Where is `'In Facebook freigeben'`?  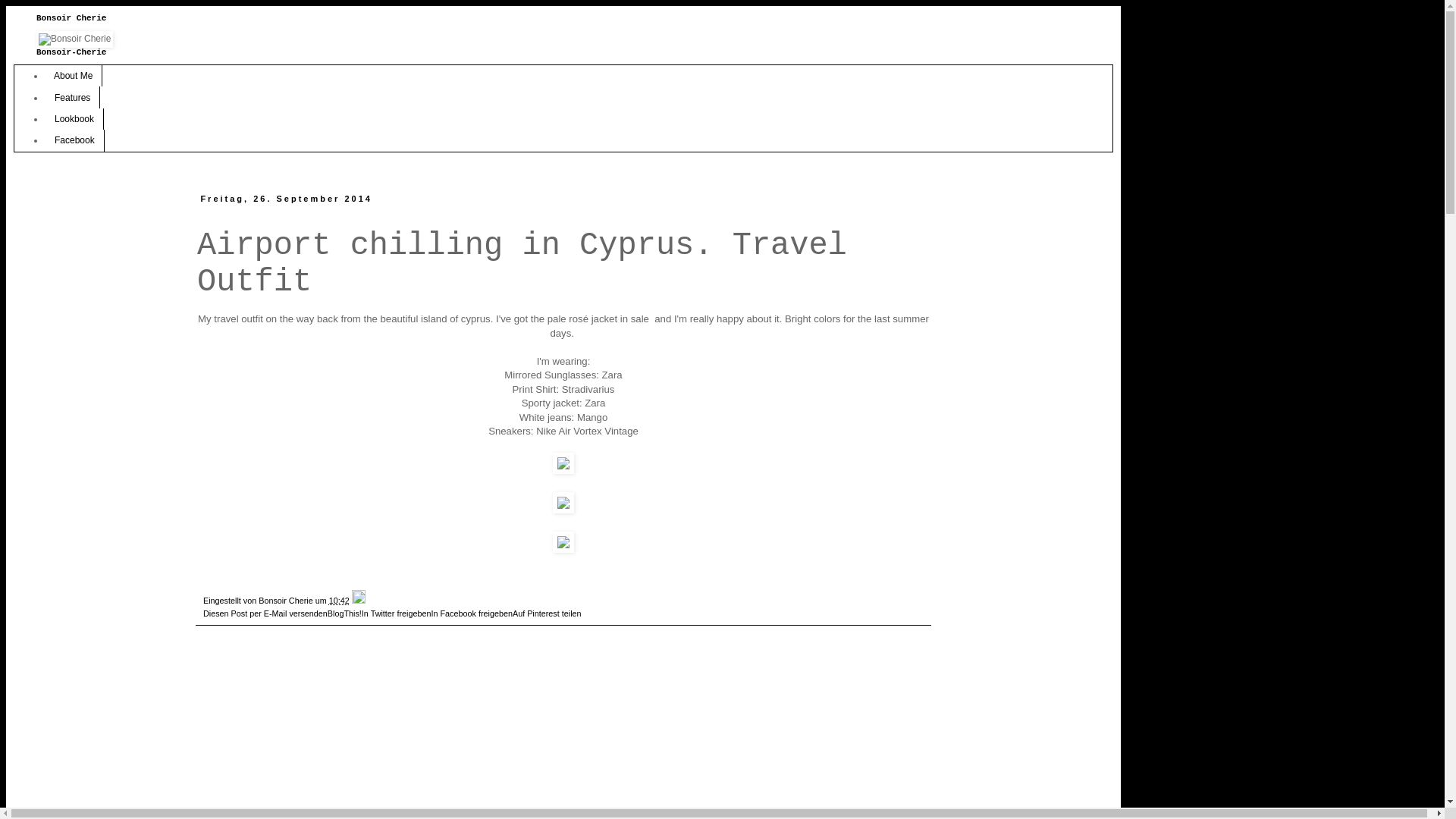
'In Facebook freigeben' is located at coordinates (470, 613).